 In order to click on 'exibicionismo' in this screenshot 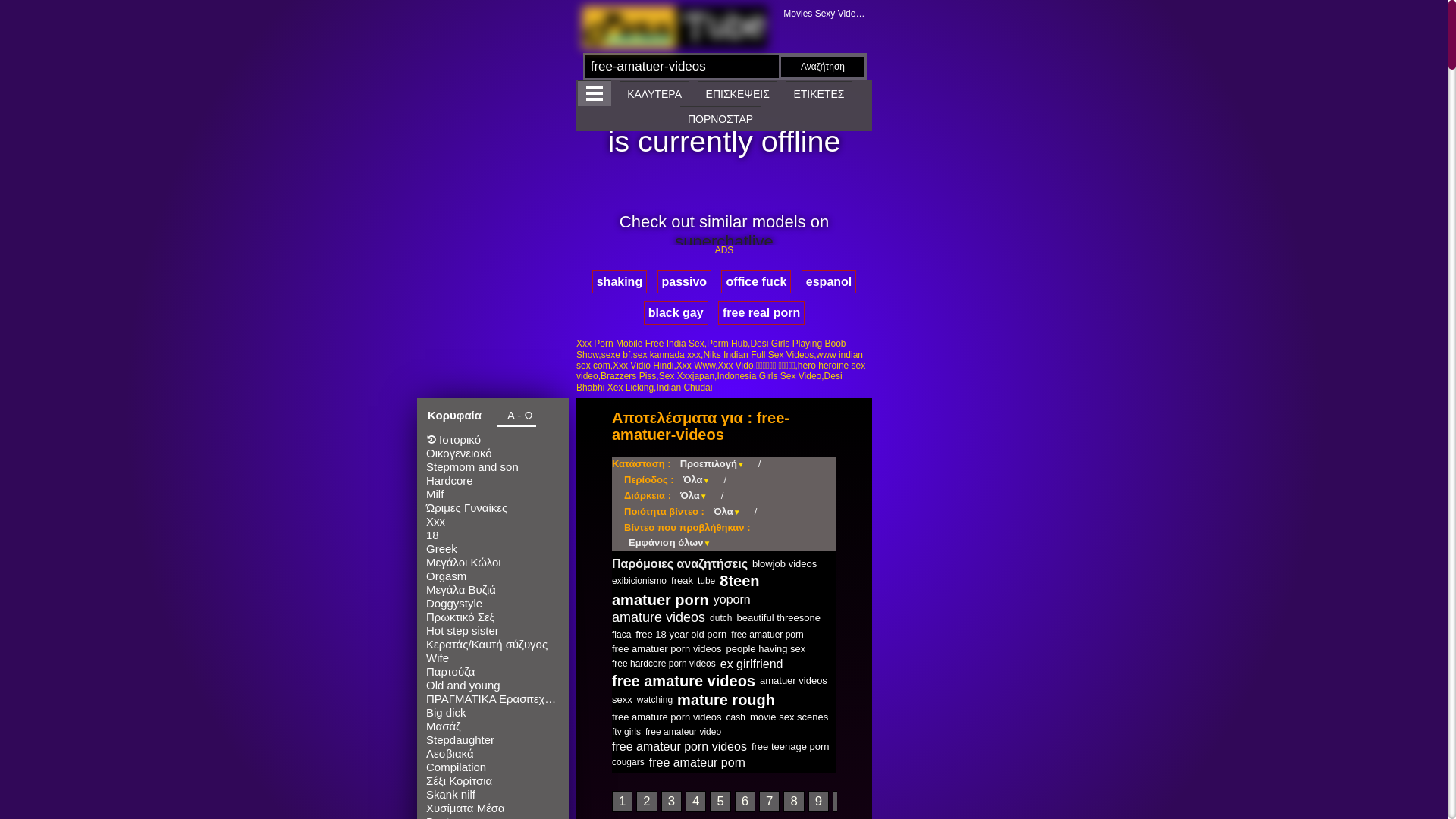, I will do `click(639, 580)`.